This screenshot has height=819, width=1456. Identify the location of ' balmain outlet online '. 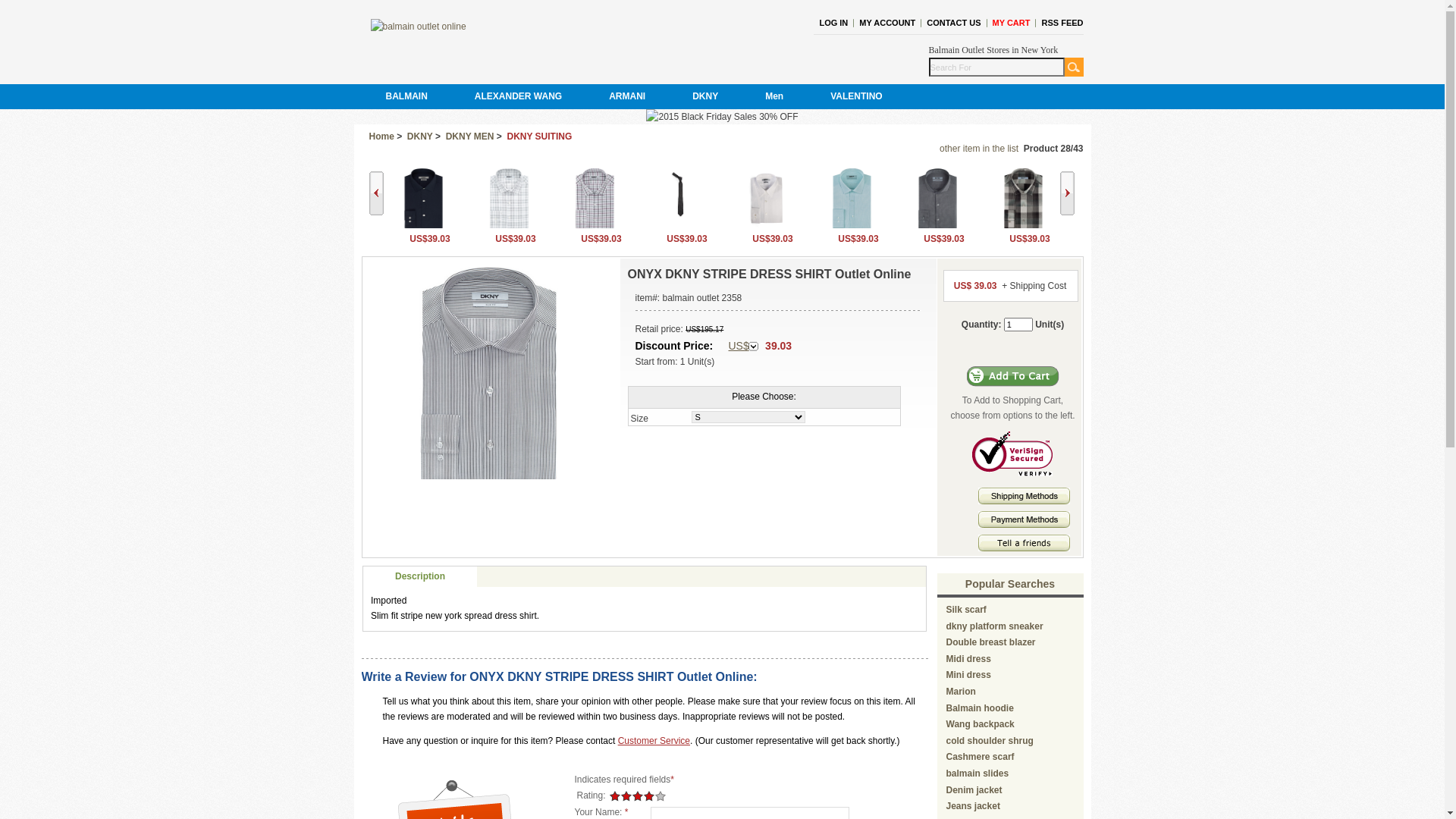
(418, 26).